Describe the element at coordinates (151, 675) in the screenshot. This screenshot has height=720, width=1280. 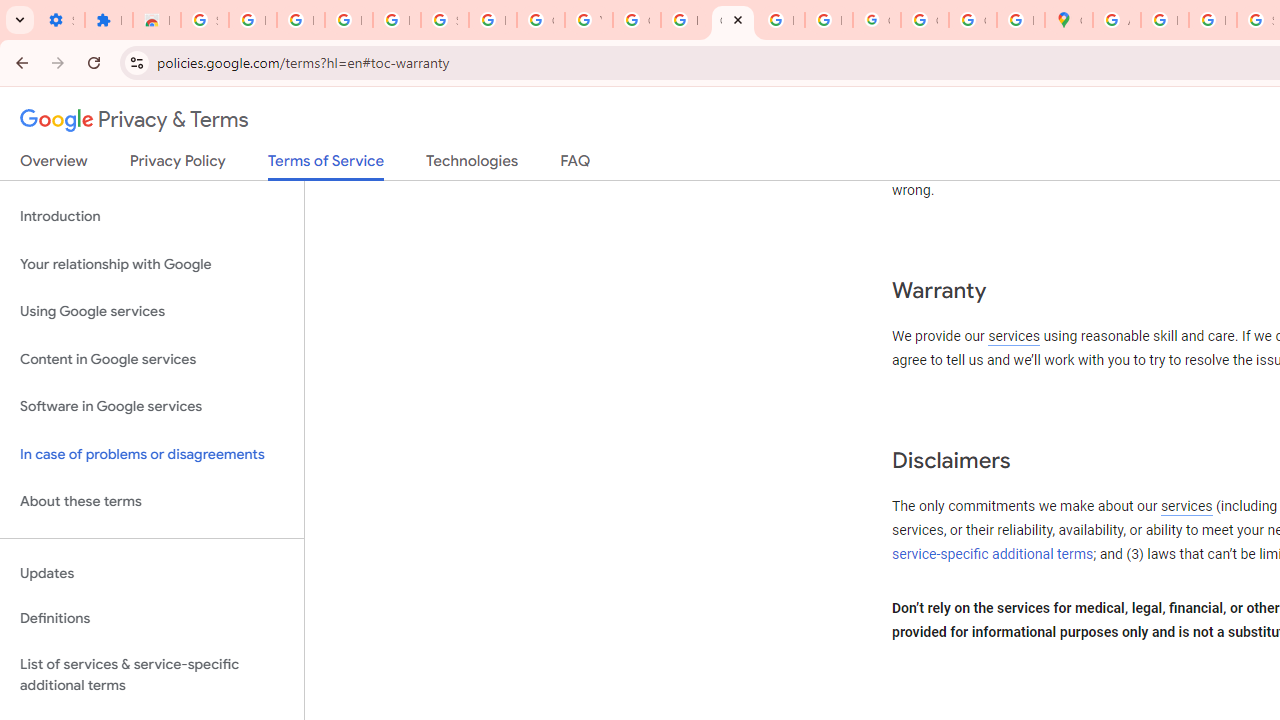
I see `'List of services & service-specific additional terms'` at that location.